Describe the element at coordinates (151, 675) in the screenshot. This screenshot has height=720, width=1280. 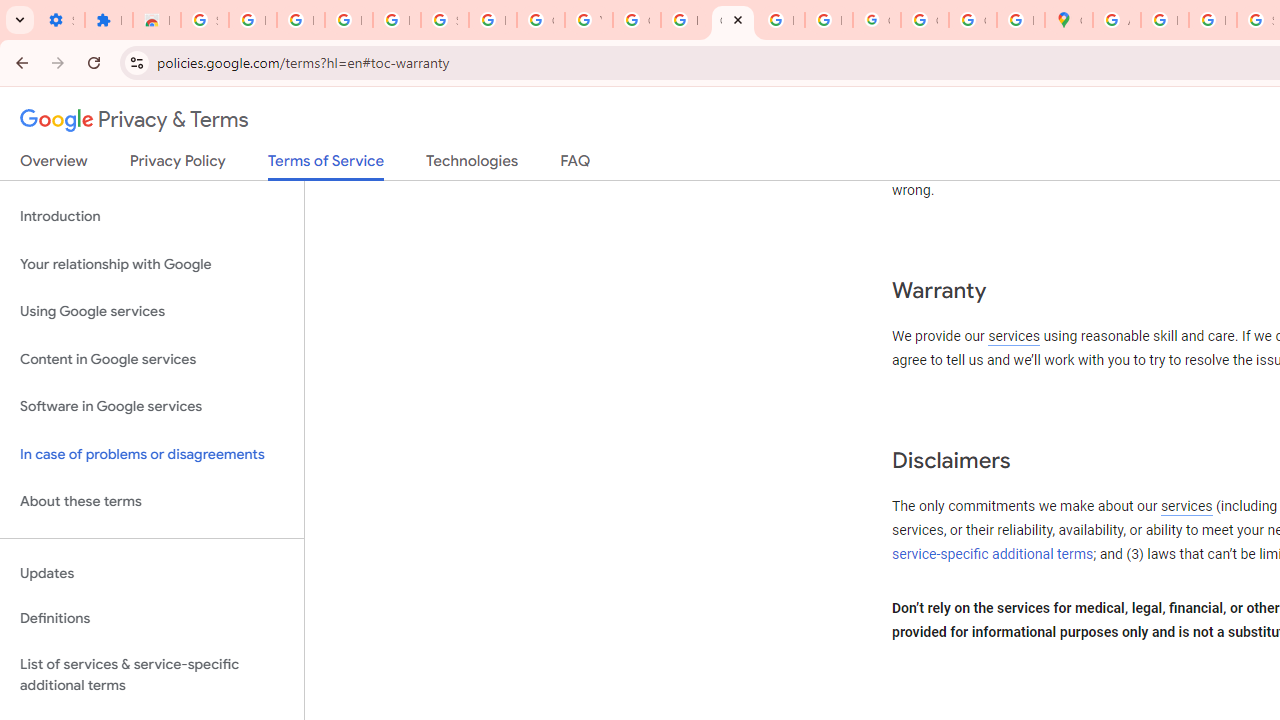
I see `'List of services & service-specific additional terms'` at that location.